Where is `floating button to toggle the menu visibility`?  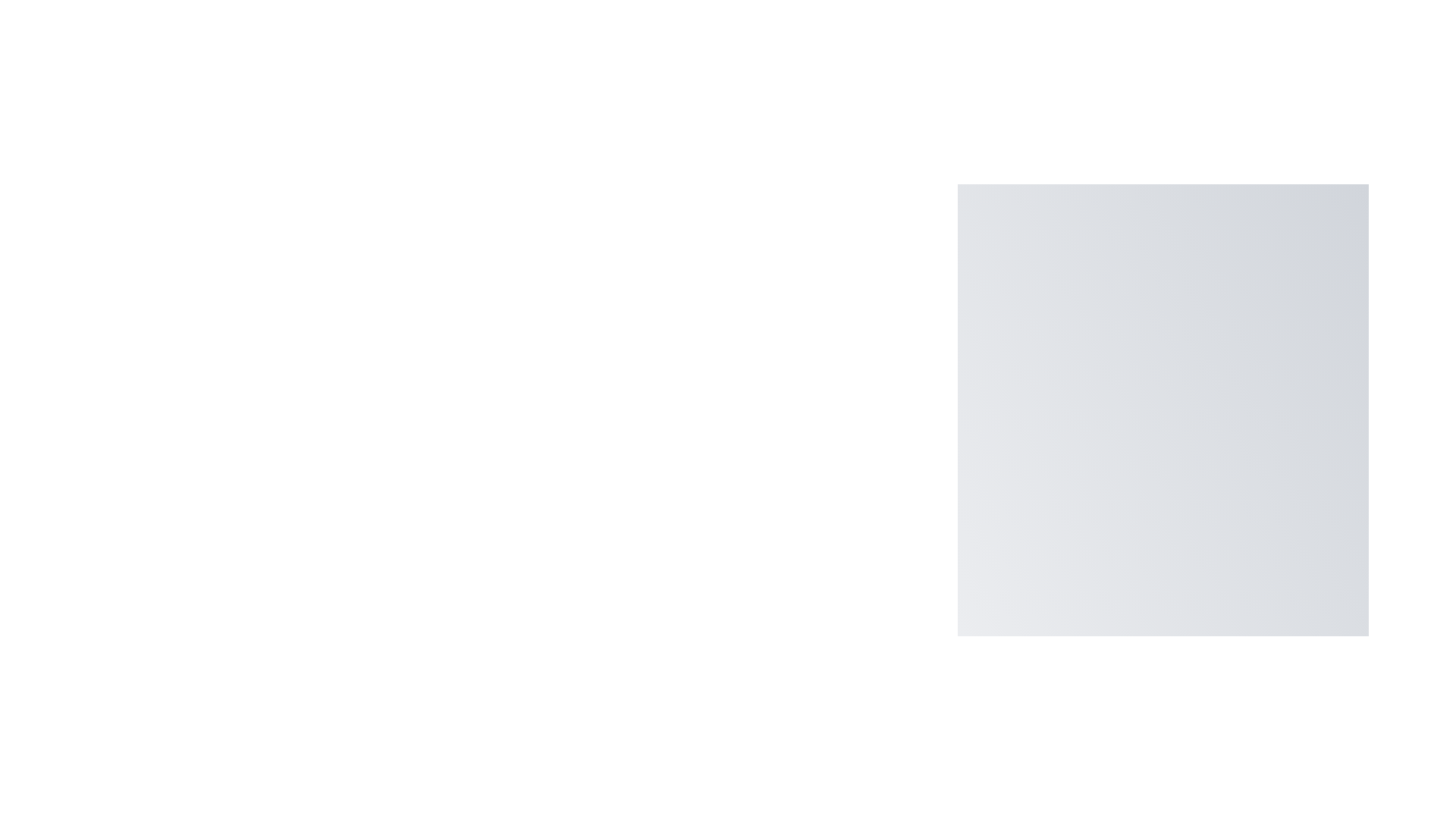 floating button to toggle the menu visibility is located at coordinates (1276, 717).